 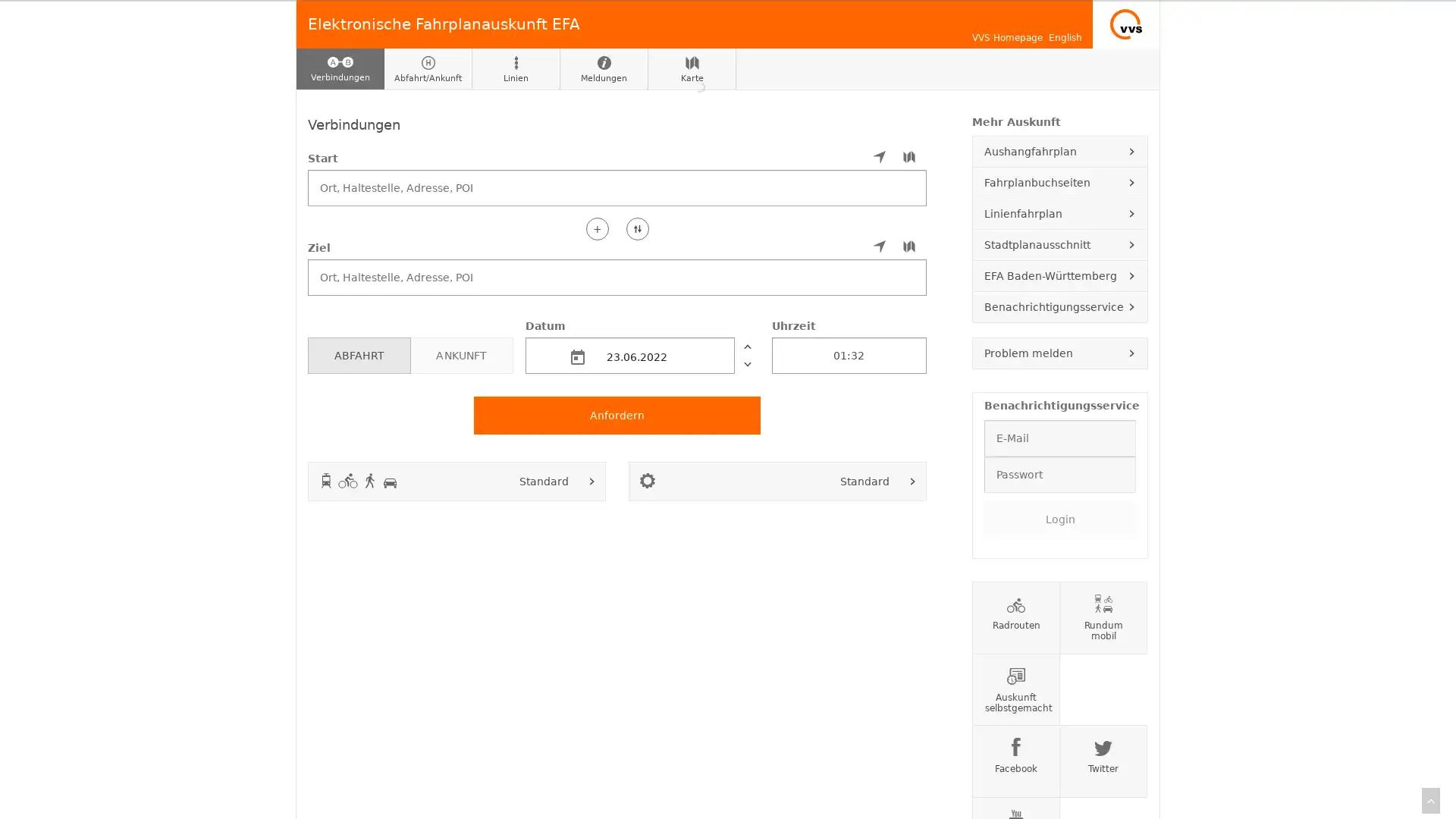 What do you see at coordinates (617, 415) in the screenshot?
I see `Anfordern` at bounding box center [617, 415].